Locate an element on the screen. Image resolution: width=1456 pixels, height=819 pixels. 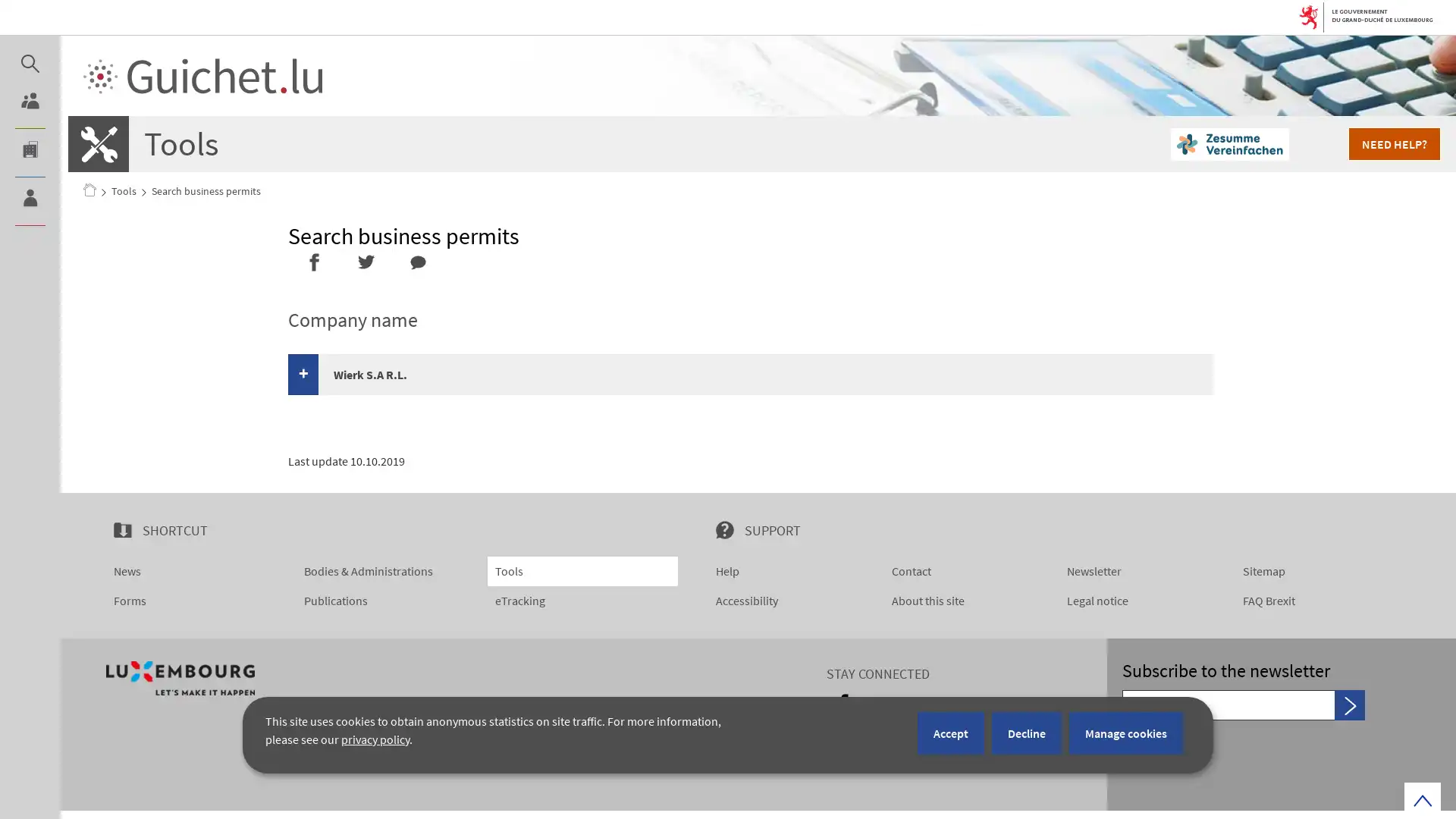
Send is located at coordinates (1350, 704).